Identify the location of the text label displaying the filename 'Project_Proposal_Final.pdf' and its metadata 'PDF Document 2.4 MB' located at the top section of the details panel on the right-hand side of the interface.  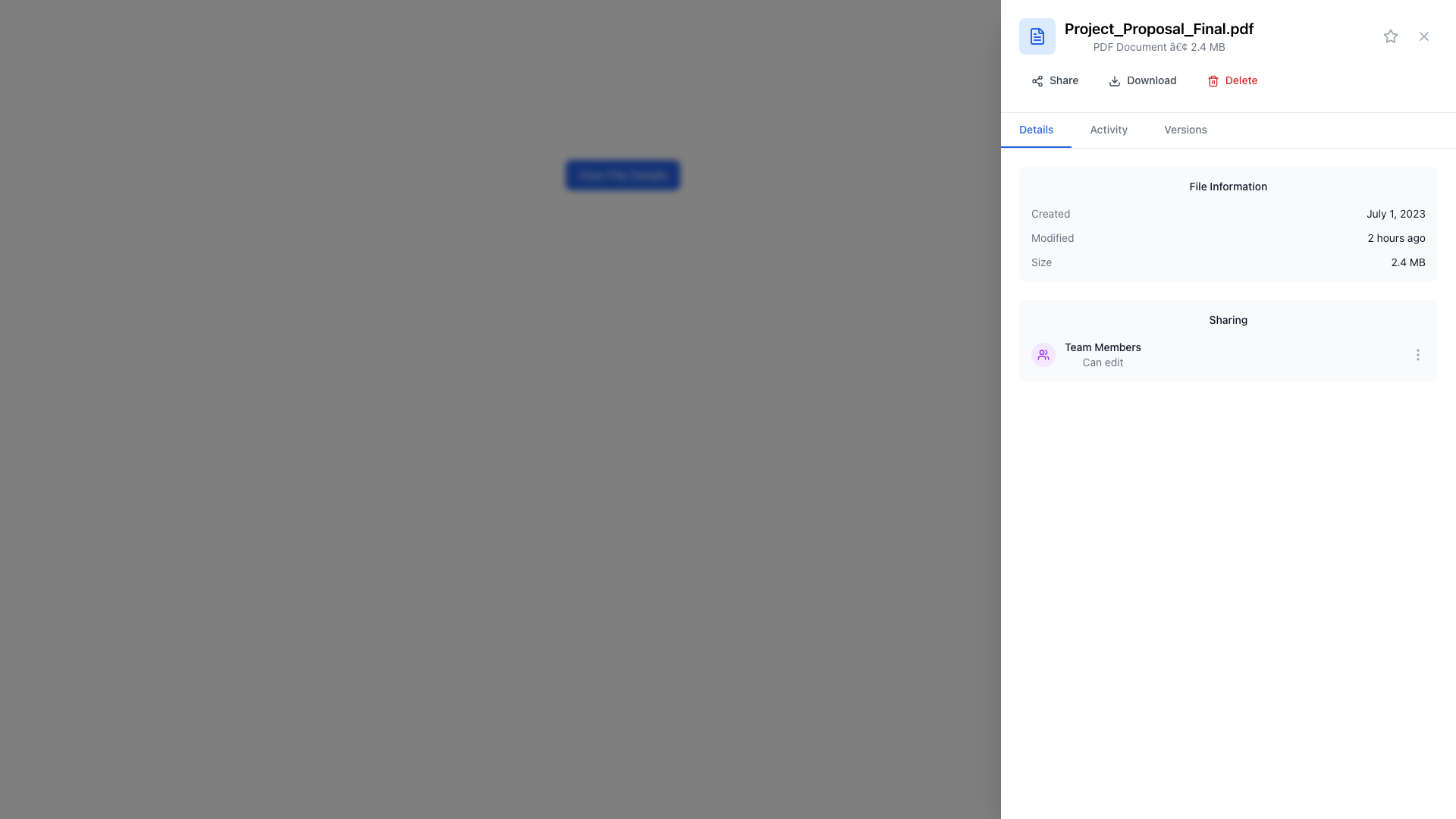
(1158, 35).